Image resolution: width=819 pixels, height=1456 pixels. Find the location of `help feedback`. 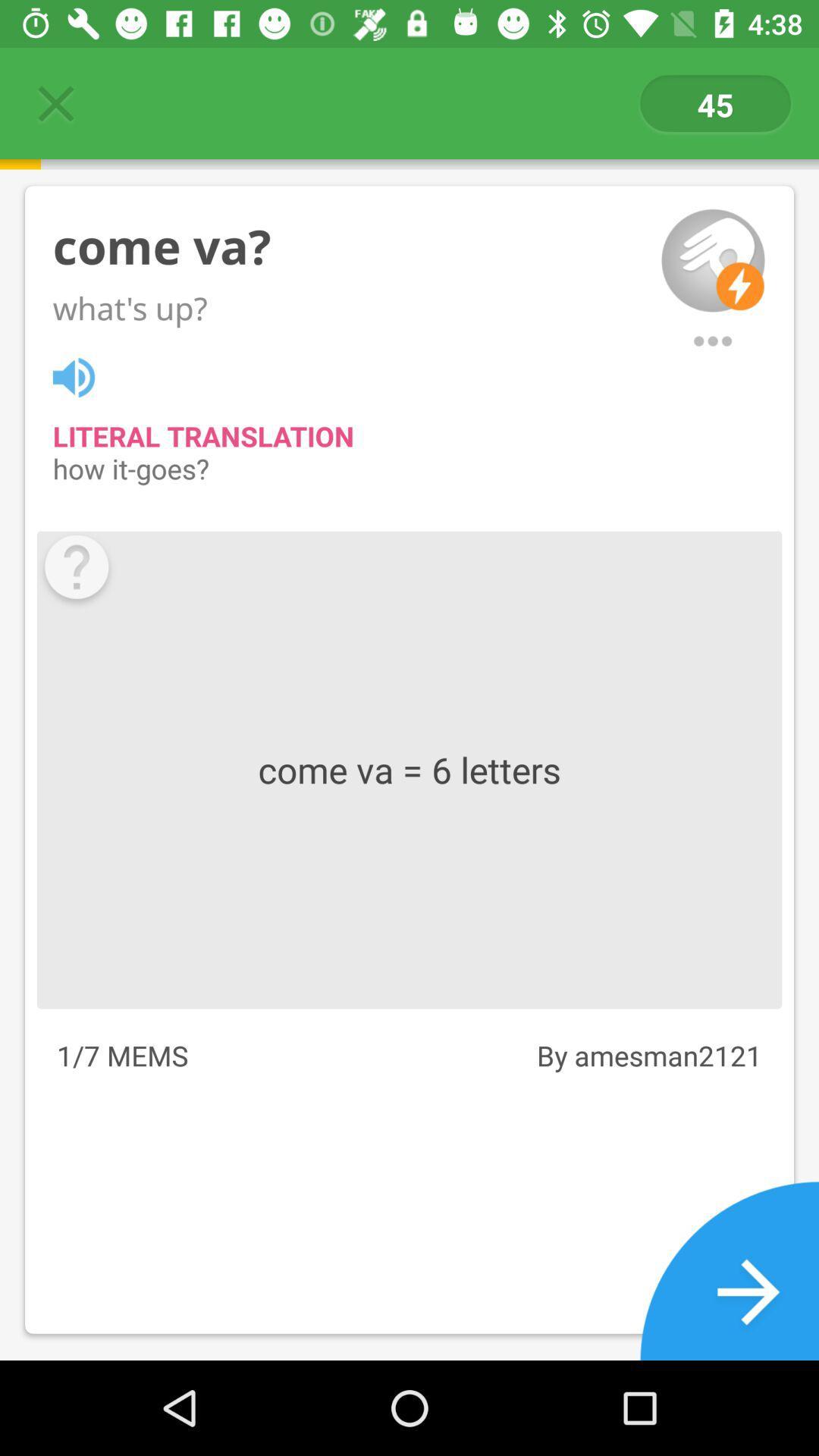

help feedback is located at coordinates (77, 570).